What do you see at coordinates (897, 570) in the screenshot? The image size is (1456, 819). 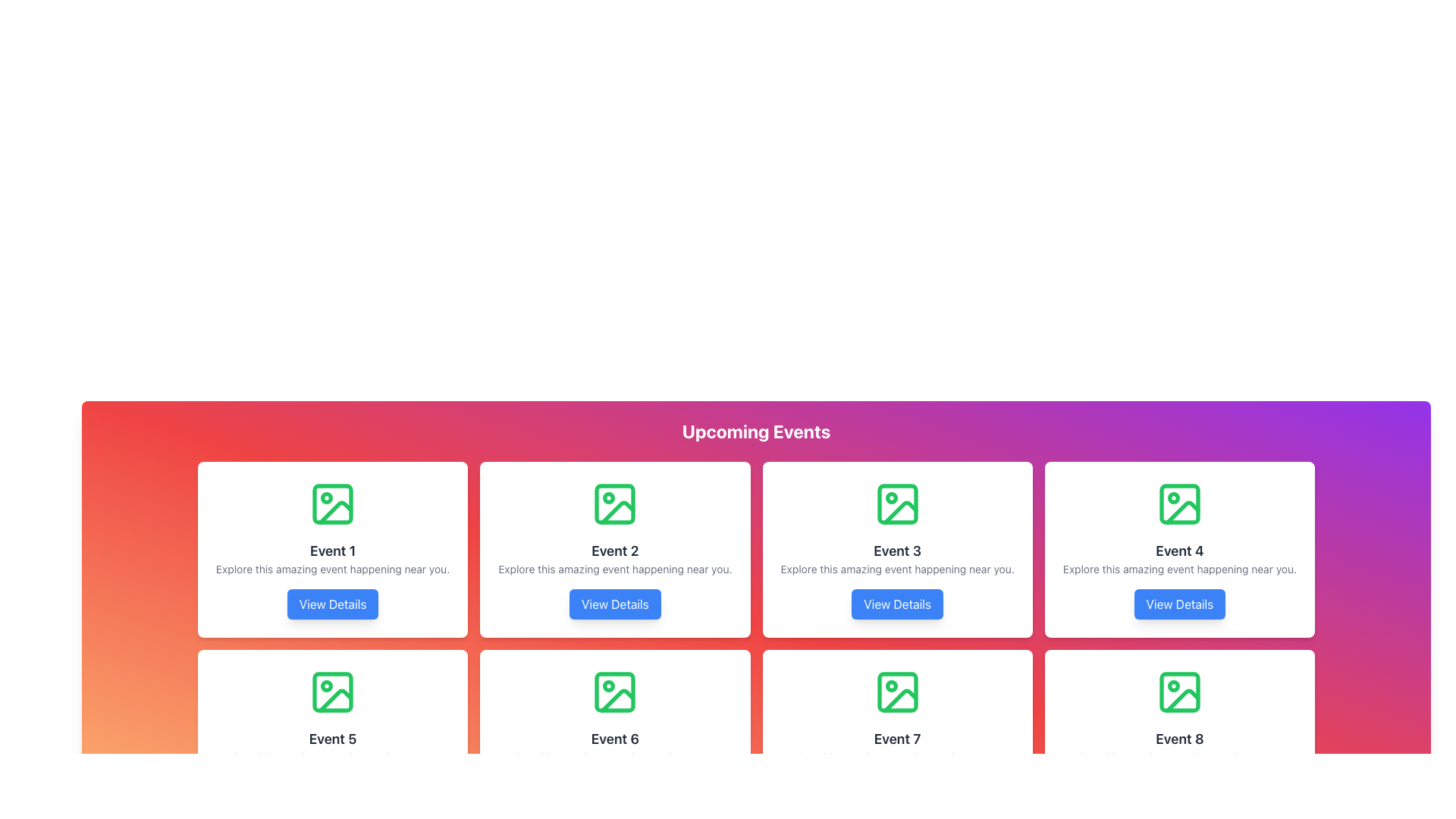 I see `the text element displaying 'Explore this amazing event happening near you.' which is located below 'Event 3' title and above the 'View Details' button in the event card` at bounding box center [897, 570].